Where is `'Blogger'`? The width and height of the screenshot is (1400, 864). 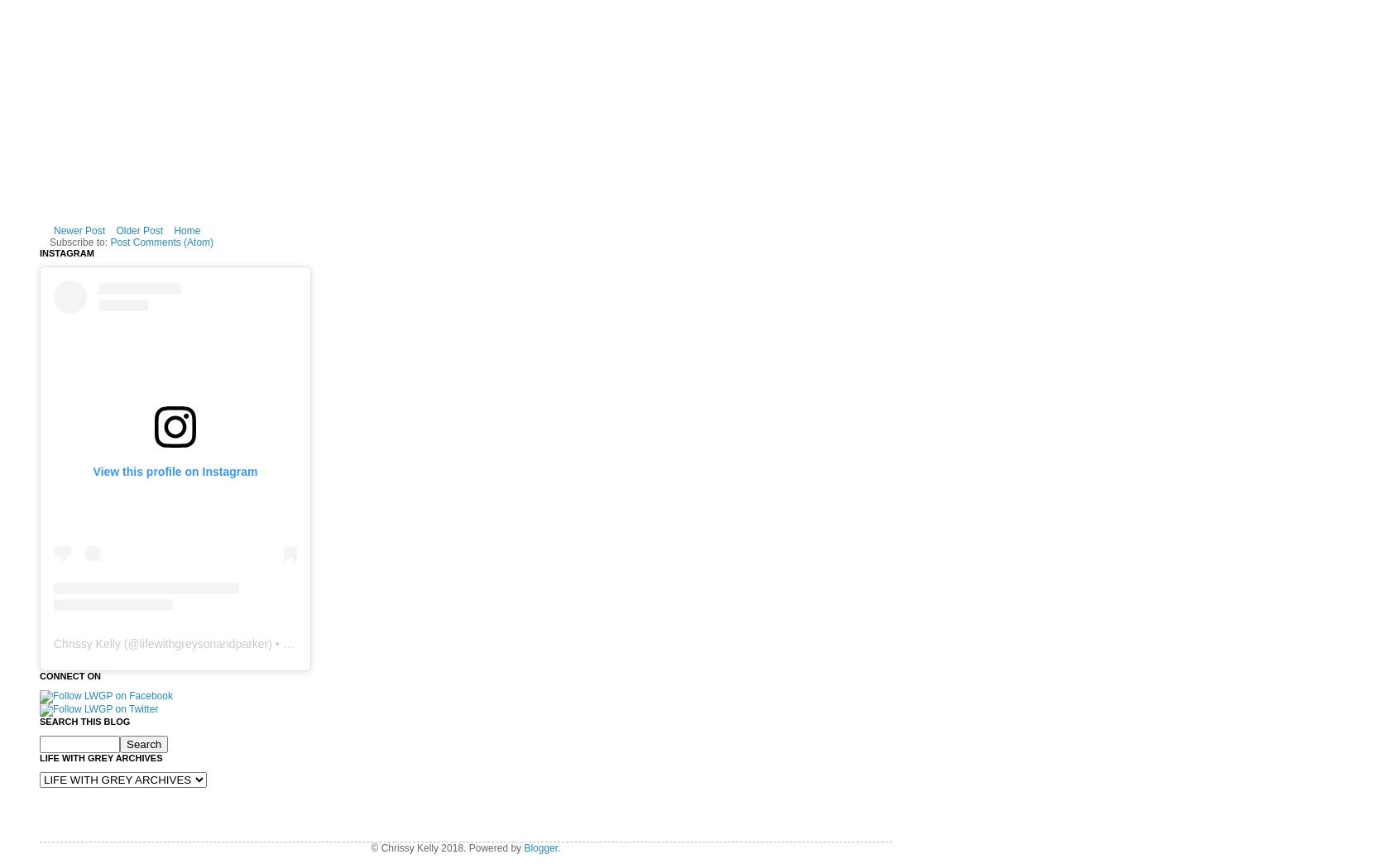
'Blogger' is located at coordinates (540, 847).